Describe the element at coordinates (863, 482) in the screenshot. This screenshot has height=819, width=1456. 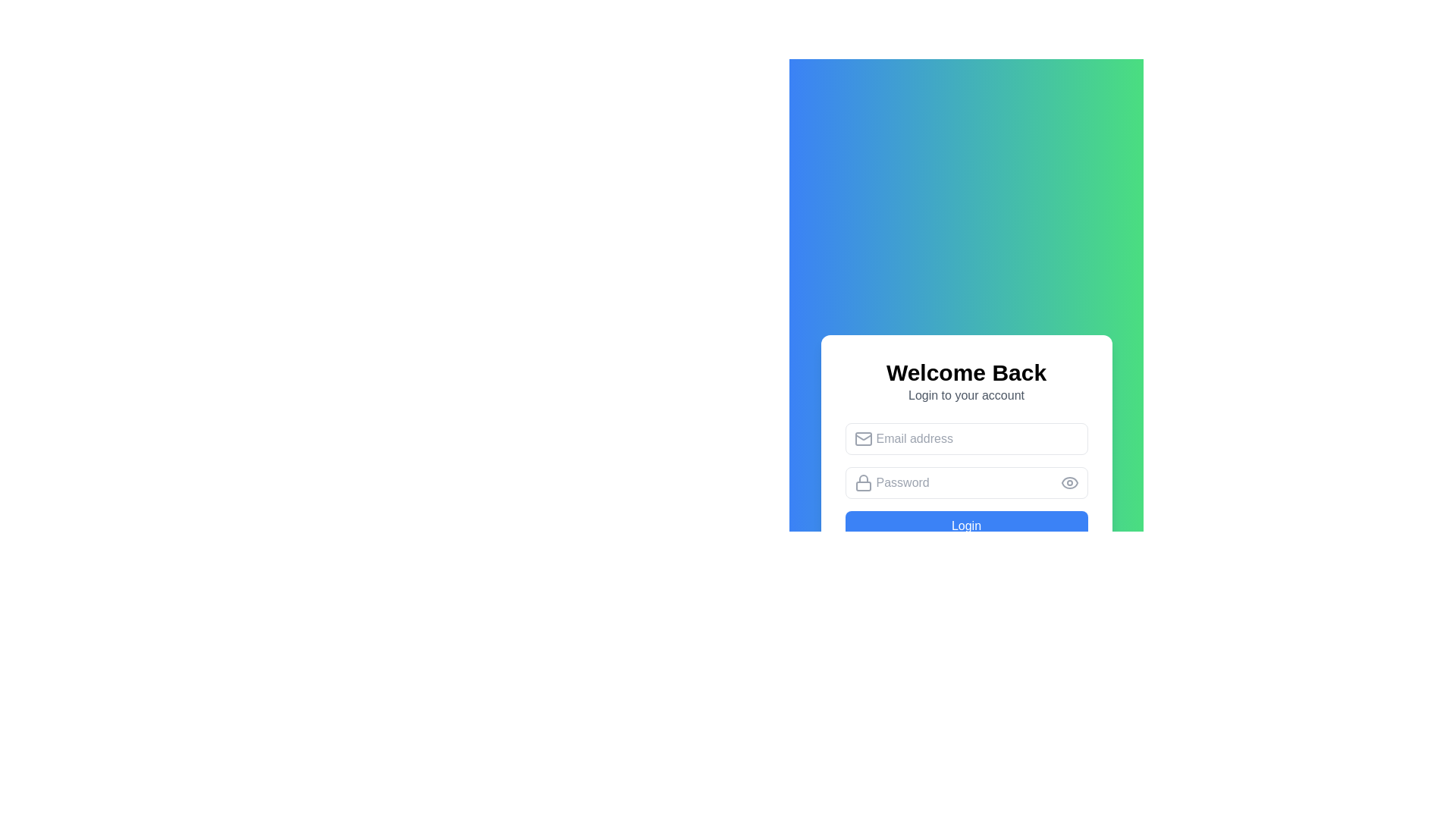
I see `the grey lock icon located to the left within the password input field of the login form` at that location.